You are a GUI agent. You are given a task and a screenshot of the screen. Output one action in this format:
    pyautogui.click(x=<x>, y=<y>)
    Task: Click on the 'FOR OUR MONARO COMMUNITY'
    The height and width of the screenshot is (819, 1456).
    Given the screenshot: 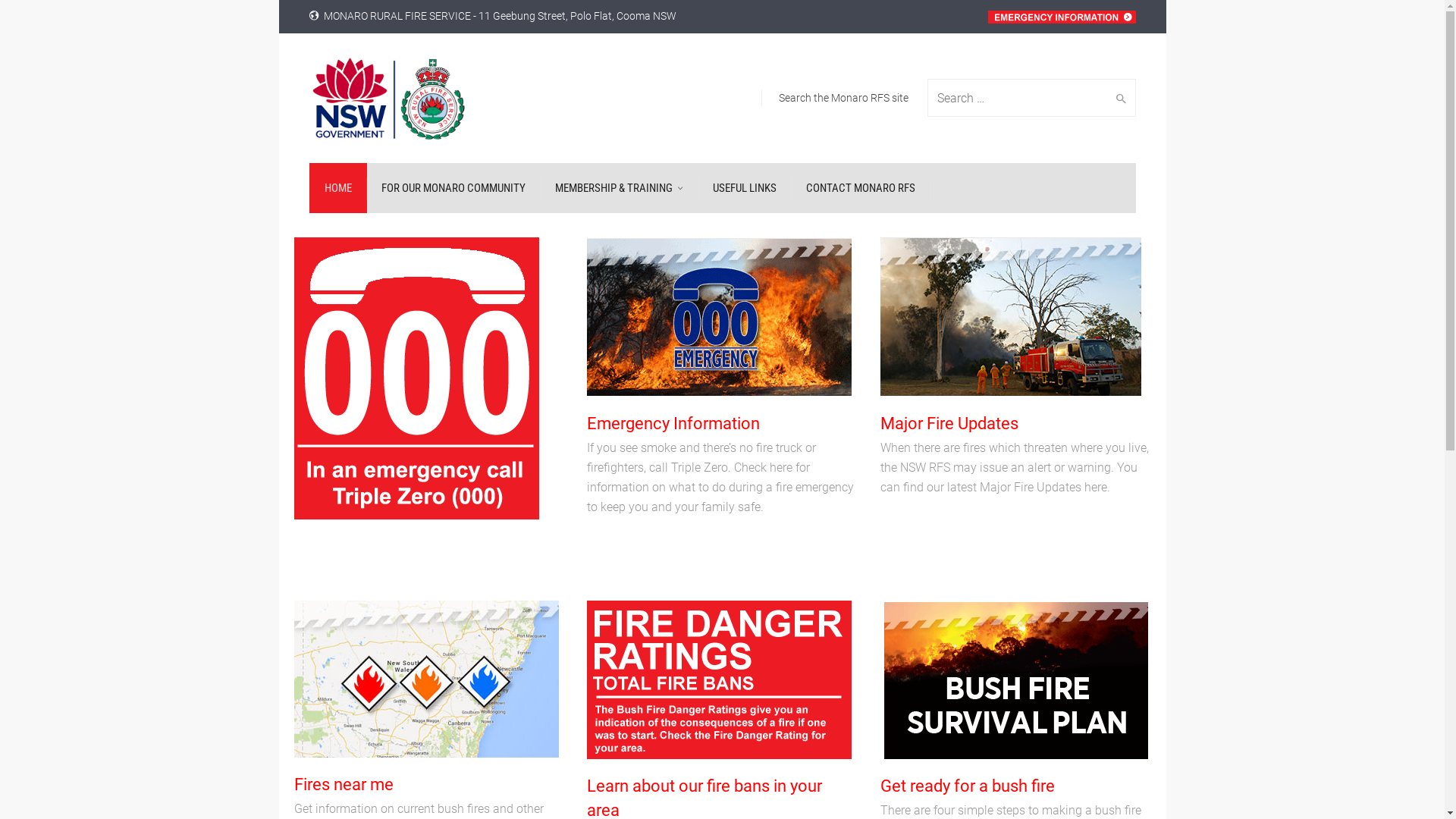 What is the action you would take?
    pyautogui.click(x=451, y=187)
    